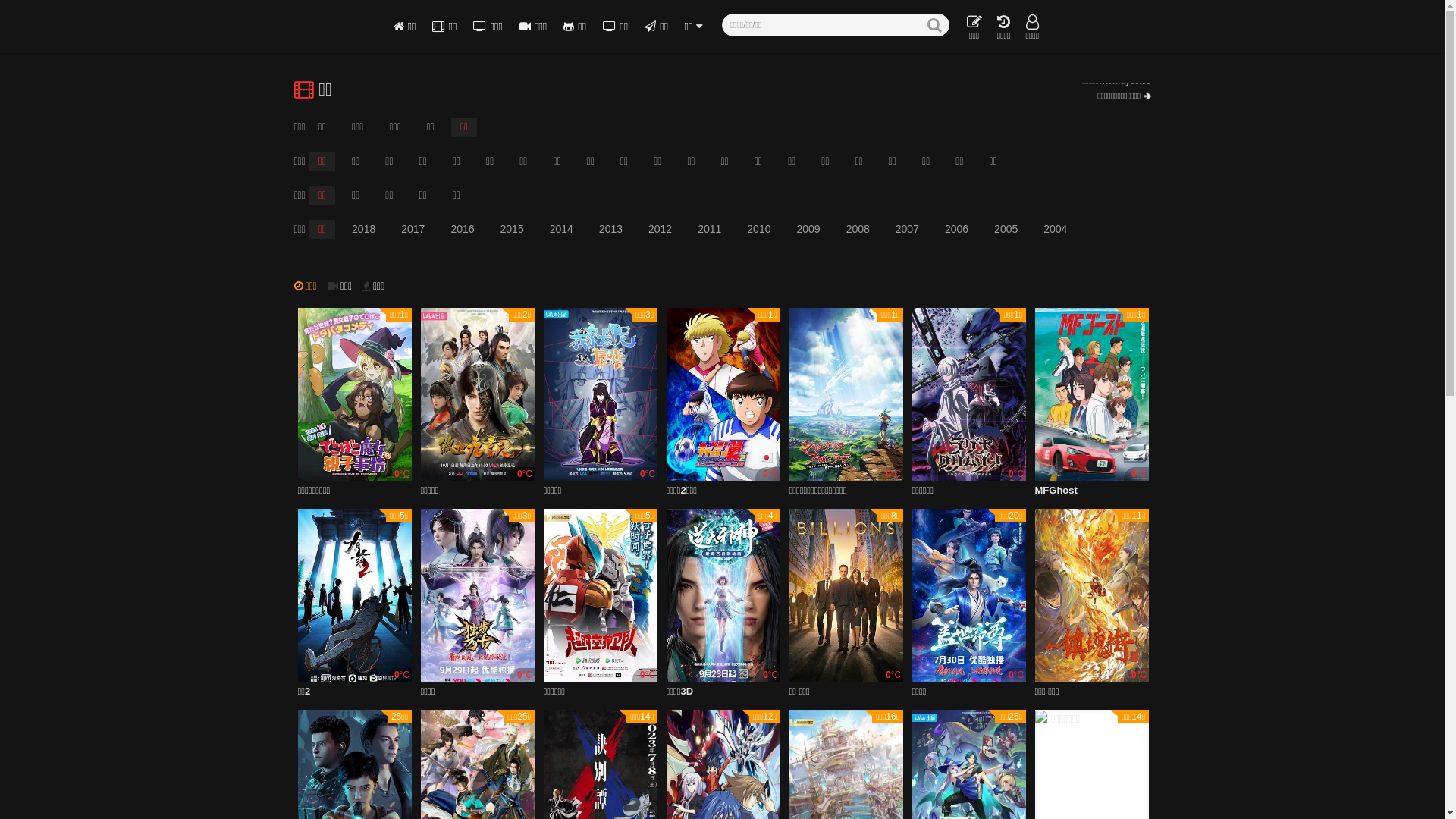 Image resolution: width=1456 pixels, height=819 pixels. Describe the element at coordinates (512, 229) in the screenshot. I see `'2015'` at that location.